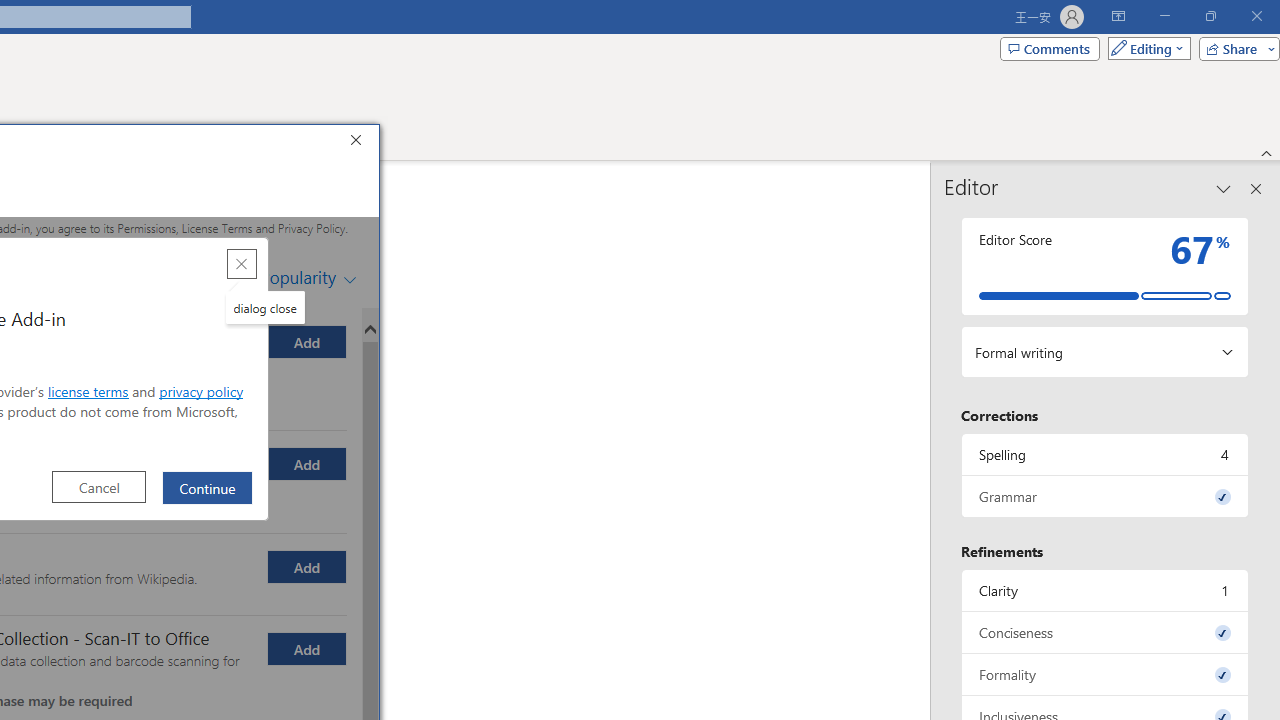  Describe the element at coordinates (1144, 47) in the screenshot. I see `'Editing'` at that location.